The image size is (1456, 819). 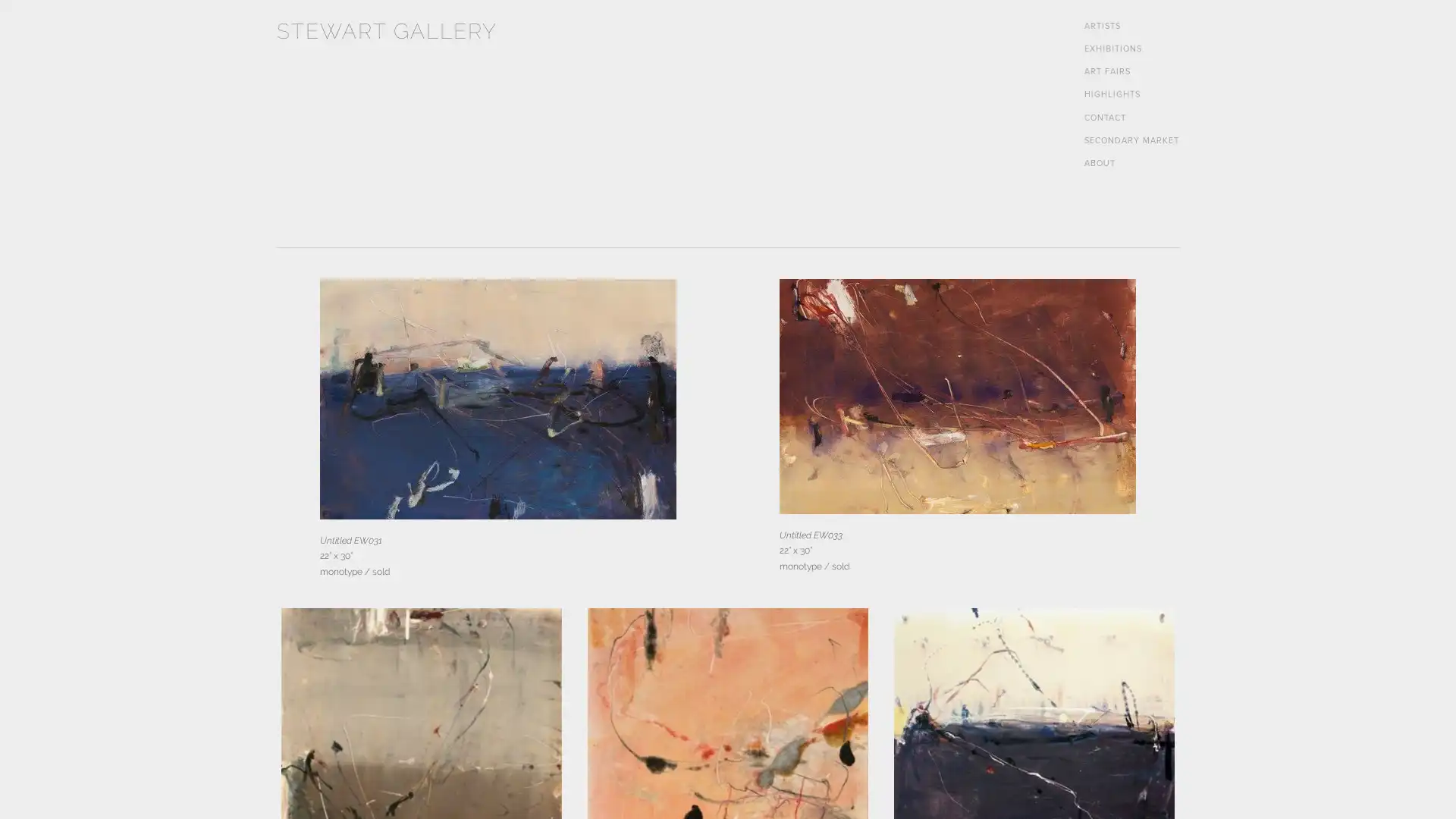 I want to click on View fullsize, so click(x=956, y=396).